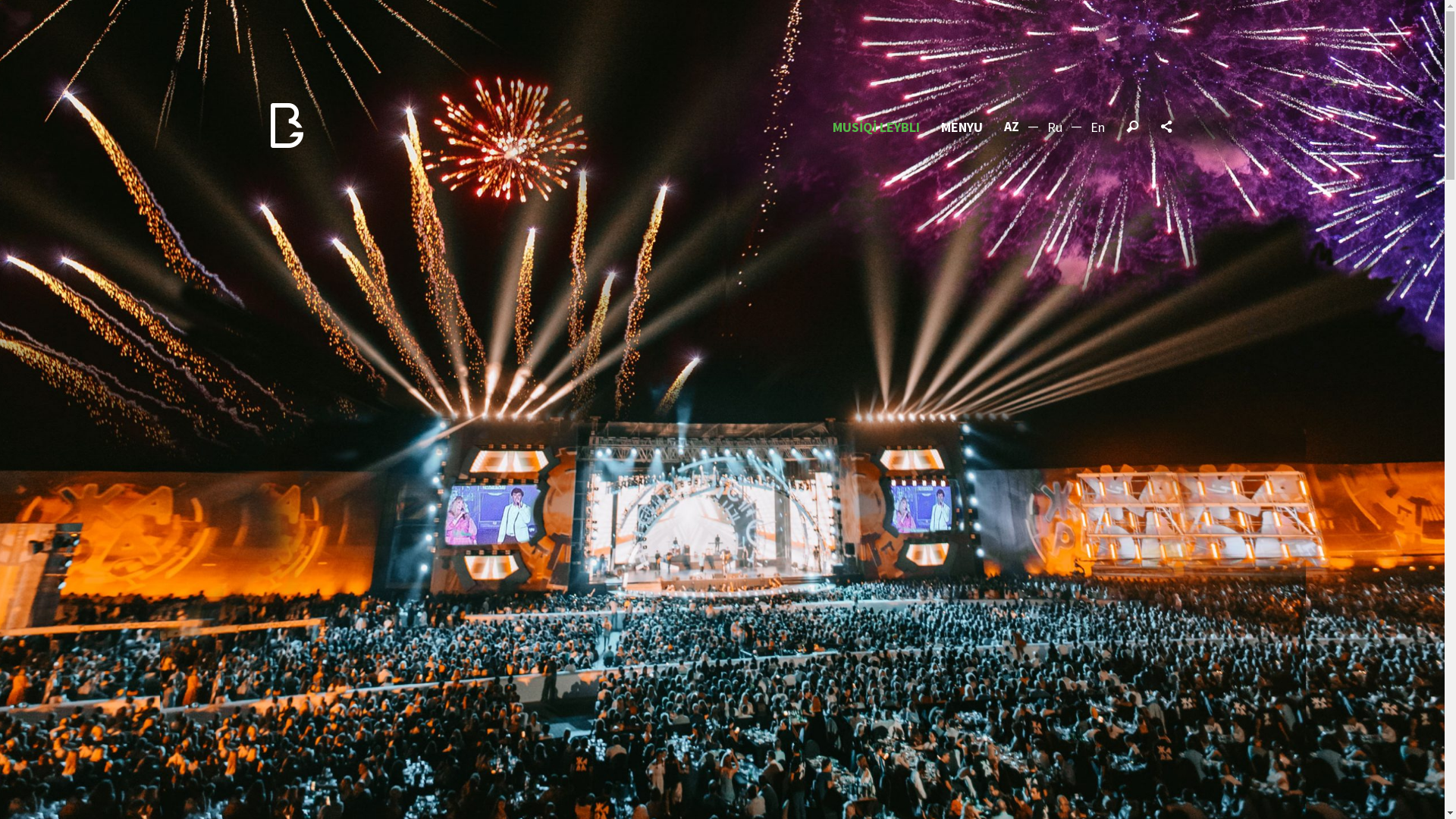  Describe the element at coordinates (961, 127) in the screenshot. I see `'MENYU'` at that location.